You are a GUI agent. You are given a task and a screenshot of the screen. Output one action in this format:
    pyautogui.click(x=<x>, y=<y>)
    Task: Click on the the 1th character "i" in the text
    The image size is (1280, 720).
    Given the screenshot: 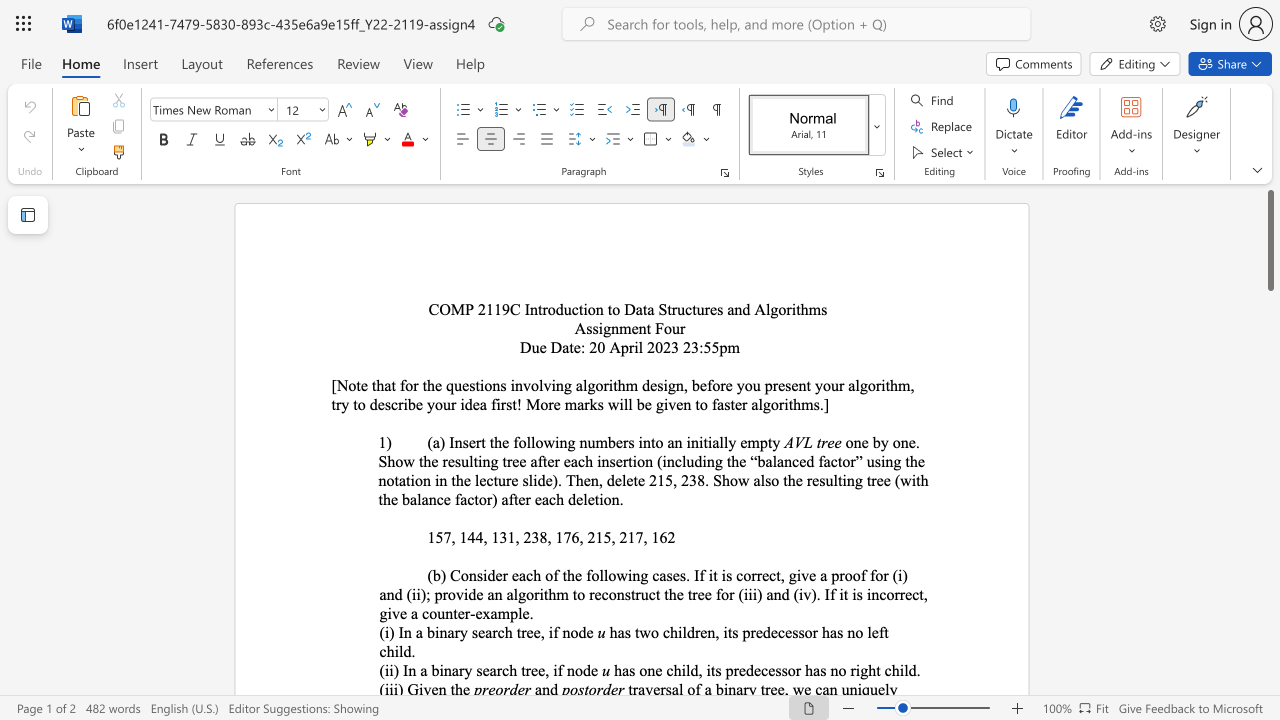 What is the action you would take?
    pyautogui.click(x=635, y=346)
    